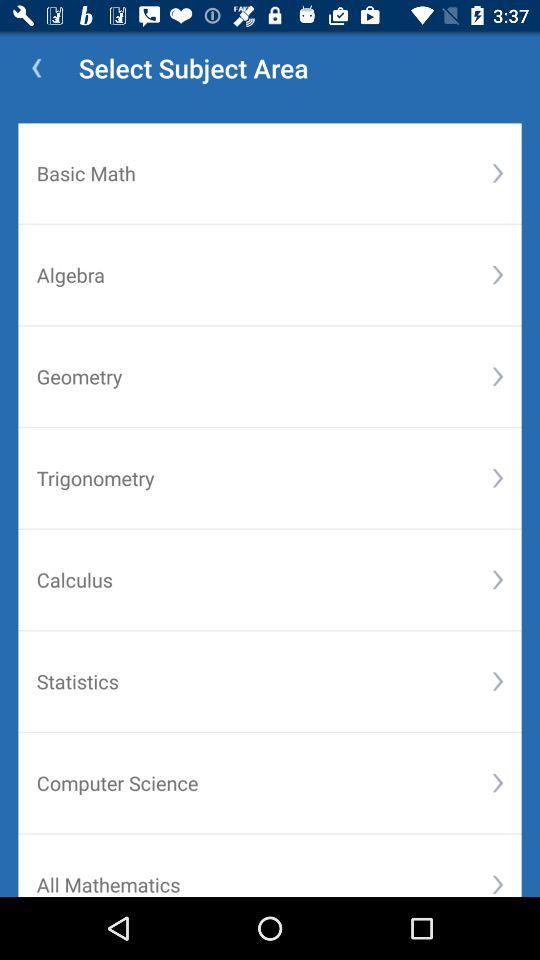 The width and height of the screenshot is (540, 960). I want to click on the button right to the text trigonometry, so click(496, 478).